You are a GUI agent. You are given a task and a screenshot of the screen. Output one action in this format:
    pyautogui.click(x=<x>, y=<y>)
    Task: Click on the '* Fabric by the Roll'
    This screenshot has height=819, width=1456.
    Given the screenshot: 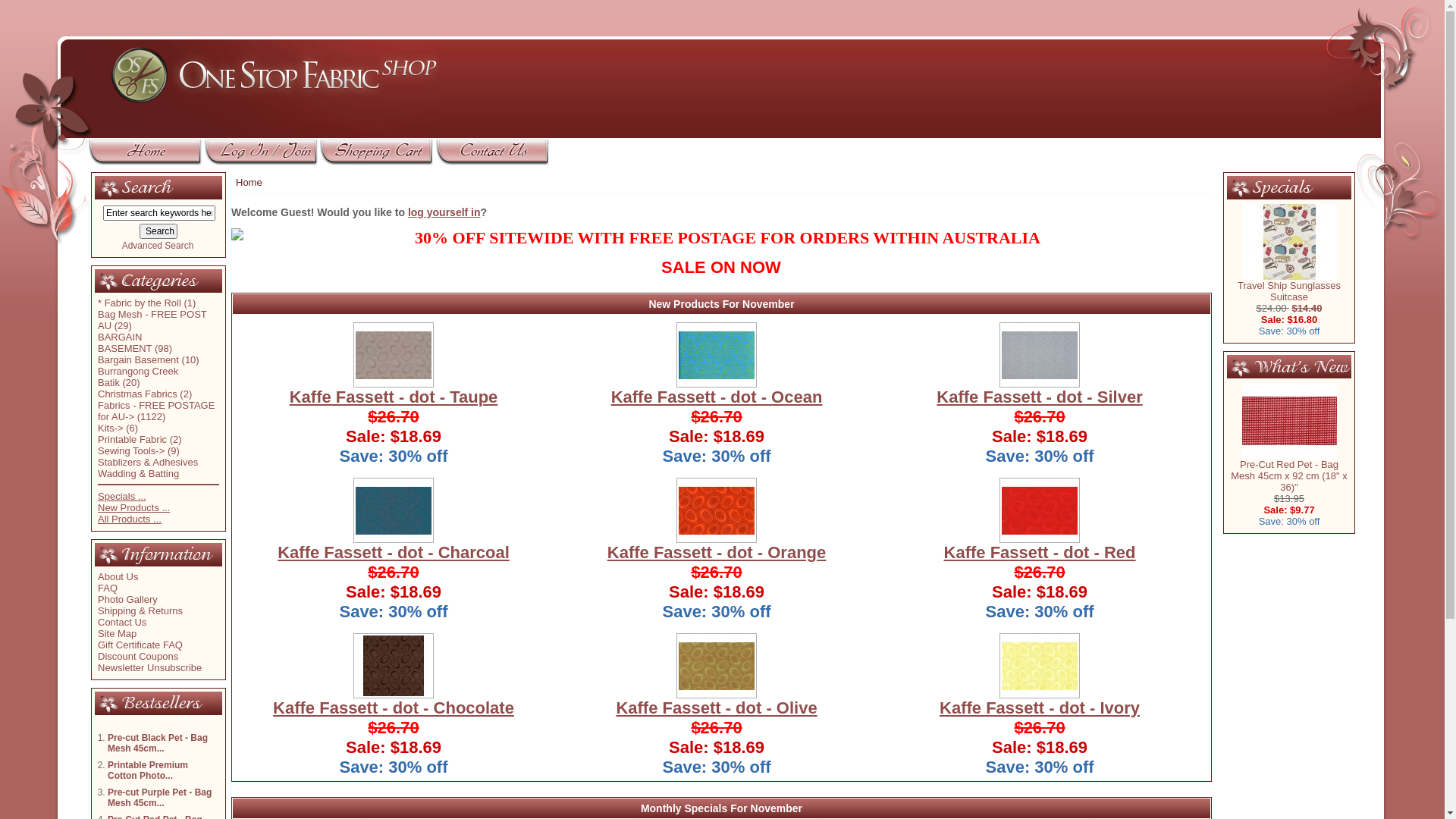 What is the action you would take?
    pyautogui.click(x=97, y=303)
    